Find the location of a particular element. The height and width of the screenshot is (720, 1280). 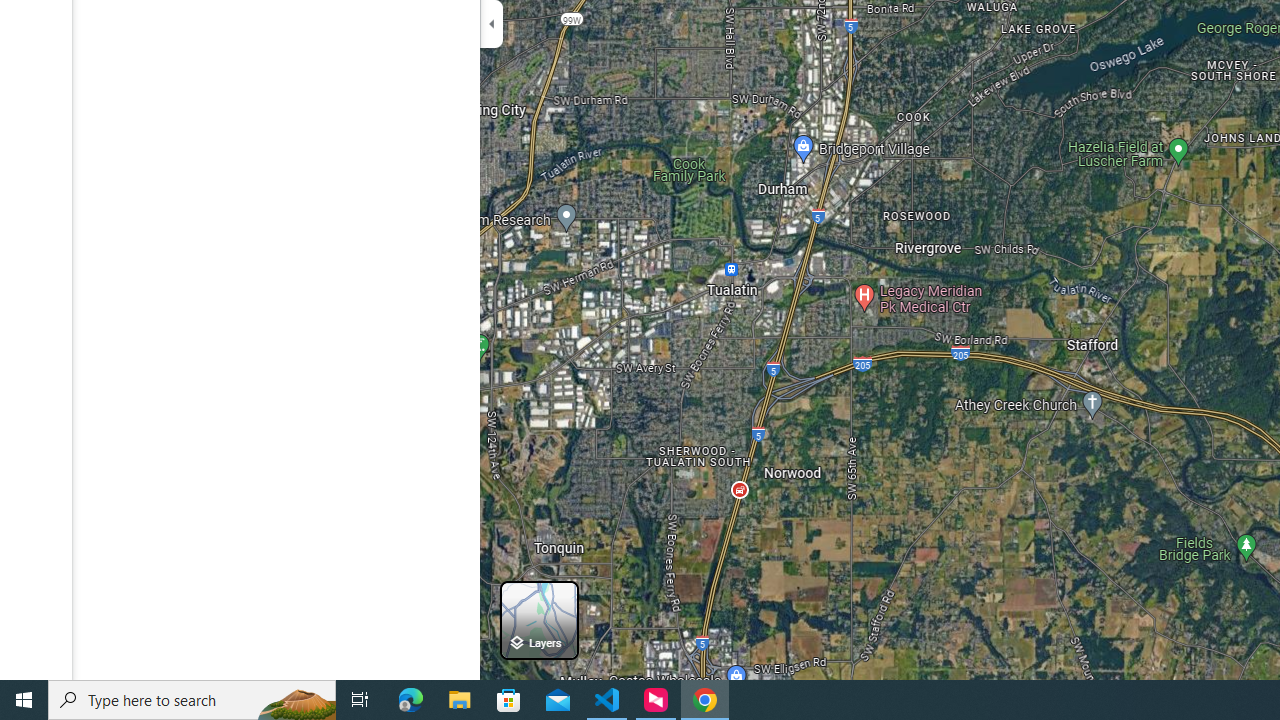

'Layers' is located at coordinates (539, 619).